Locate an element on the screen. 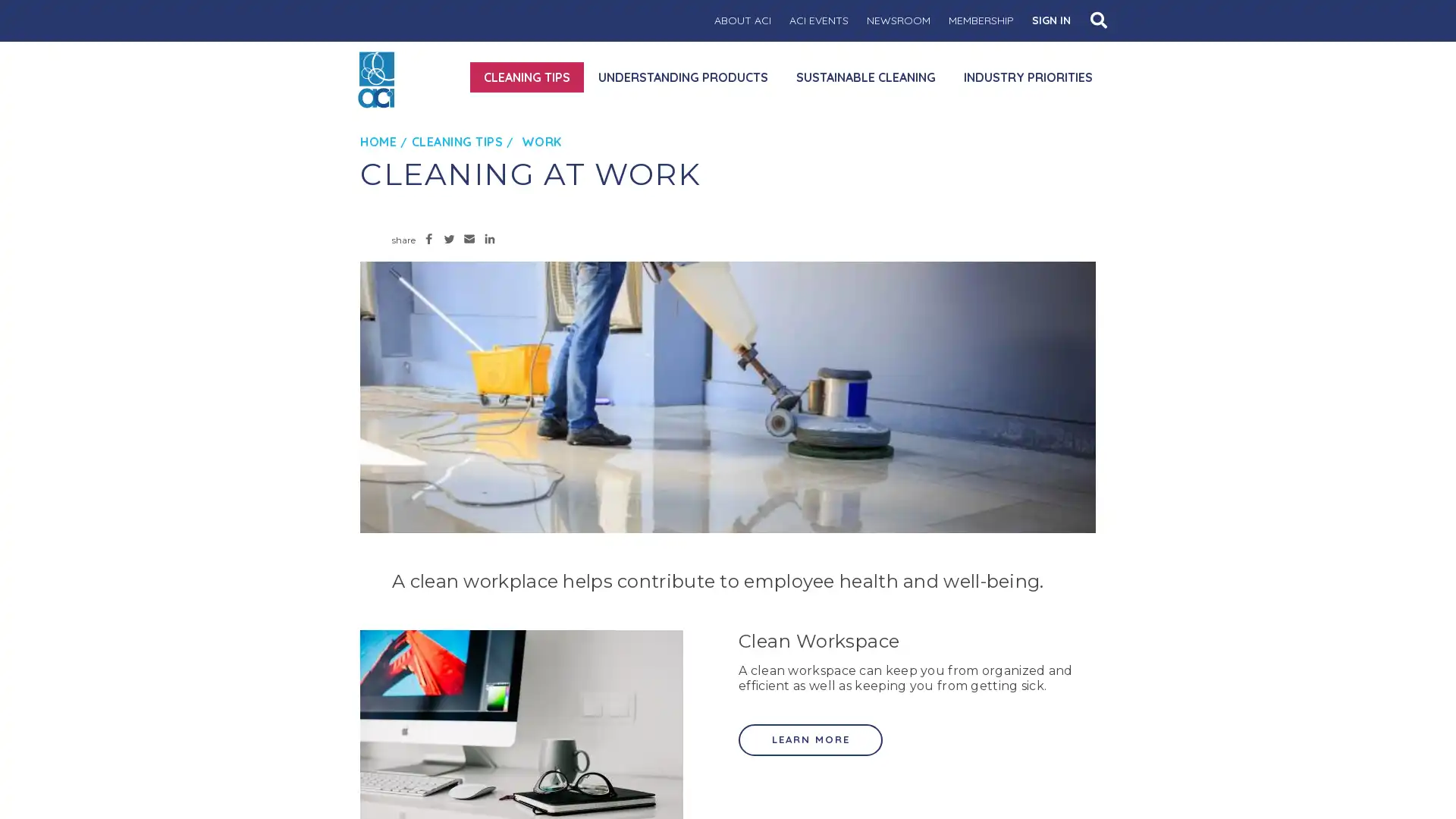  Share to Facebook is located at coordinates (428, 239).